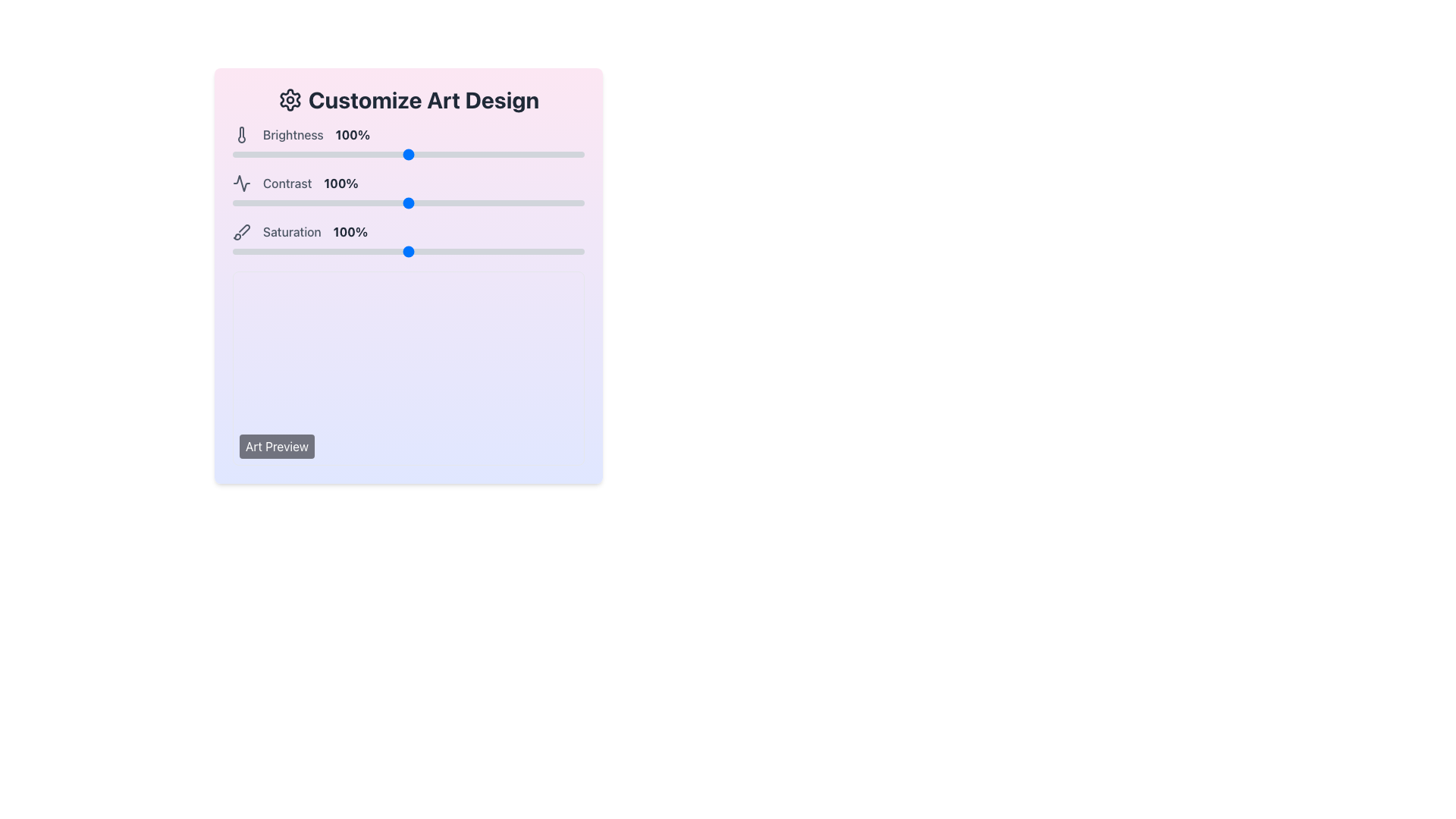 Image resolution: width=1456 pixels, height=819 pixels. I want to click on brightness, so click(502, 155).